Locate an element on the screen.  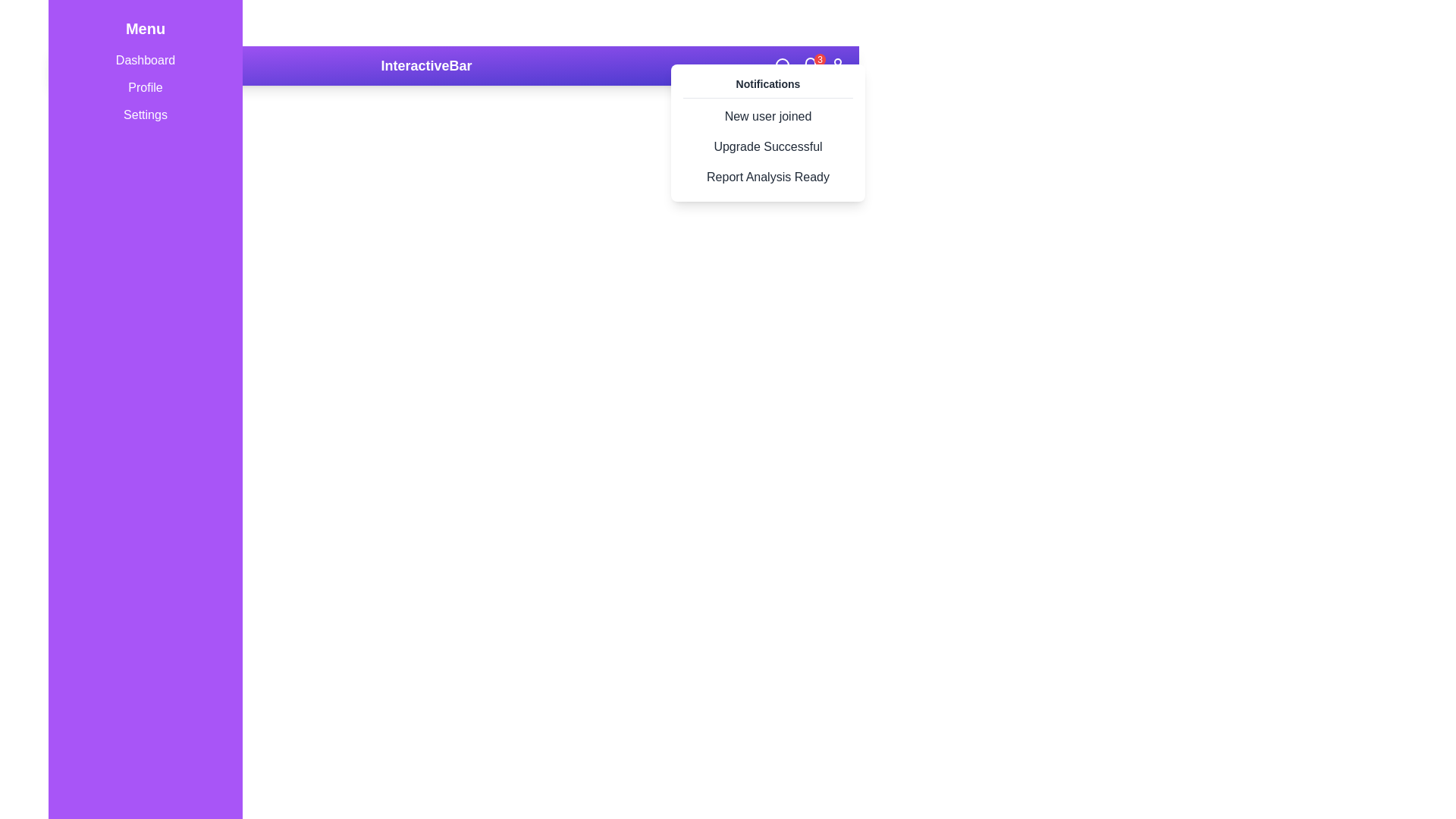
the 'Upgrade Successful' notification text label, which is styled with padding and rounded corners, located in the Notifications dropdown is located at coordinates (767, 146).